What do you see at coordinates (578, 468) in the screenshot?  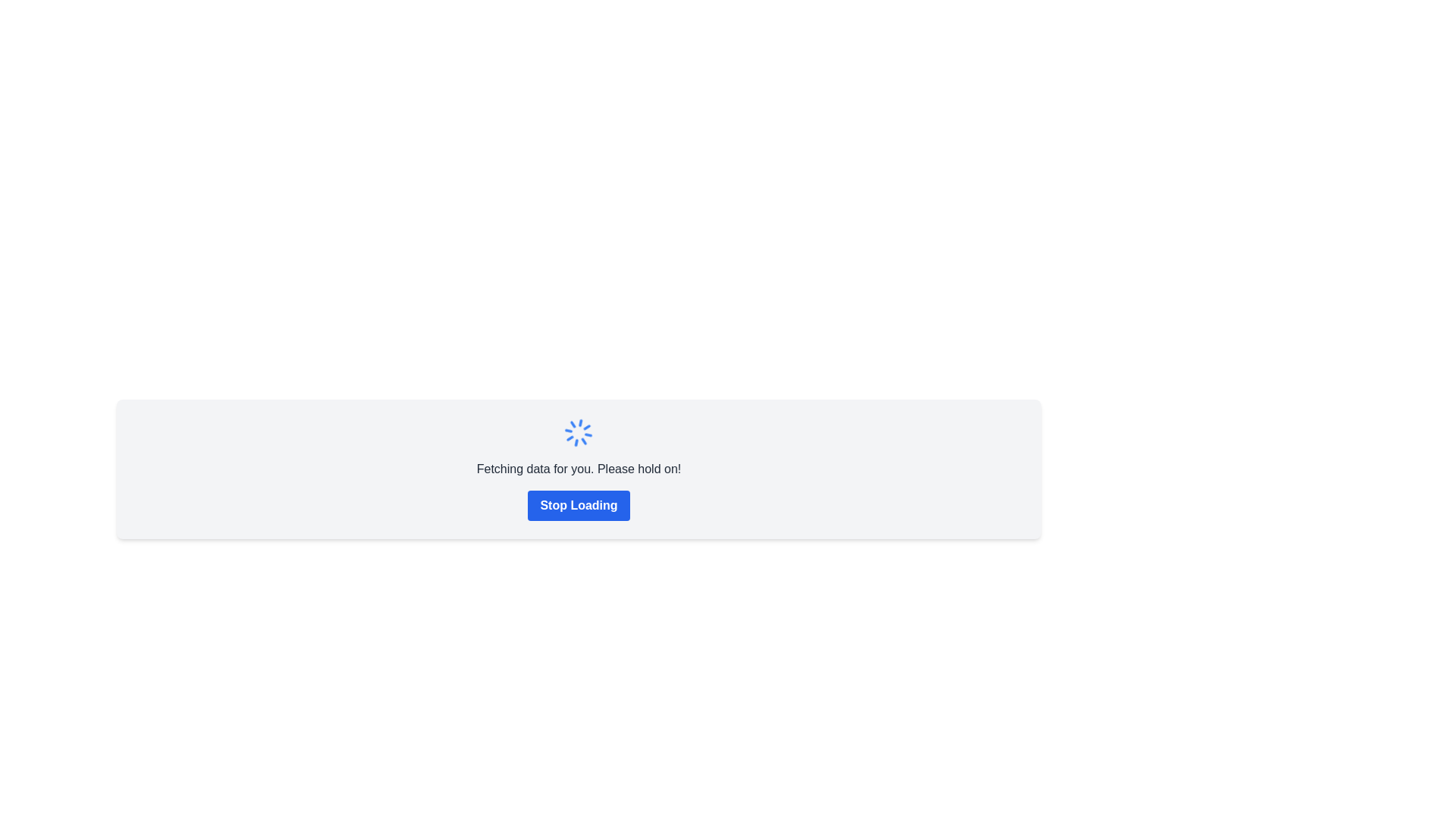 I see `the informational text label displaying 'Fetching data for you. Please hold on!' which is located in the center of the loading interface` at bounding box center [578, 468].